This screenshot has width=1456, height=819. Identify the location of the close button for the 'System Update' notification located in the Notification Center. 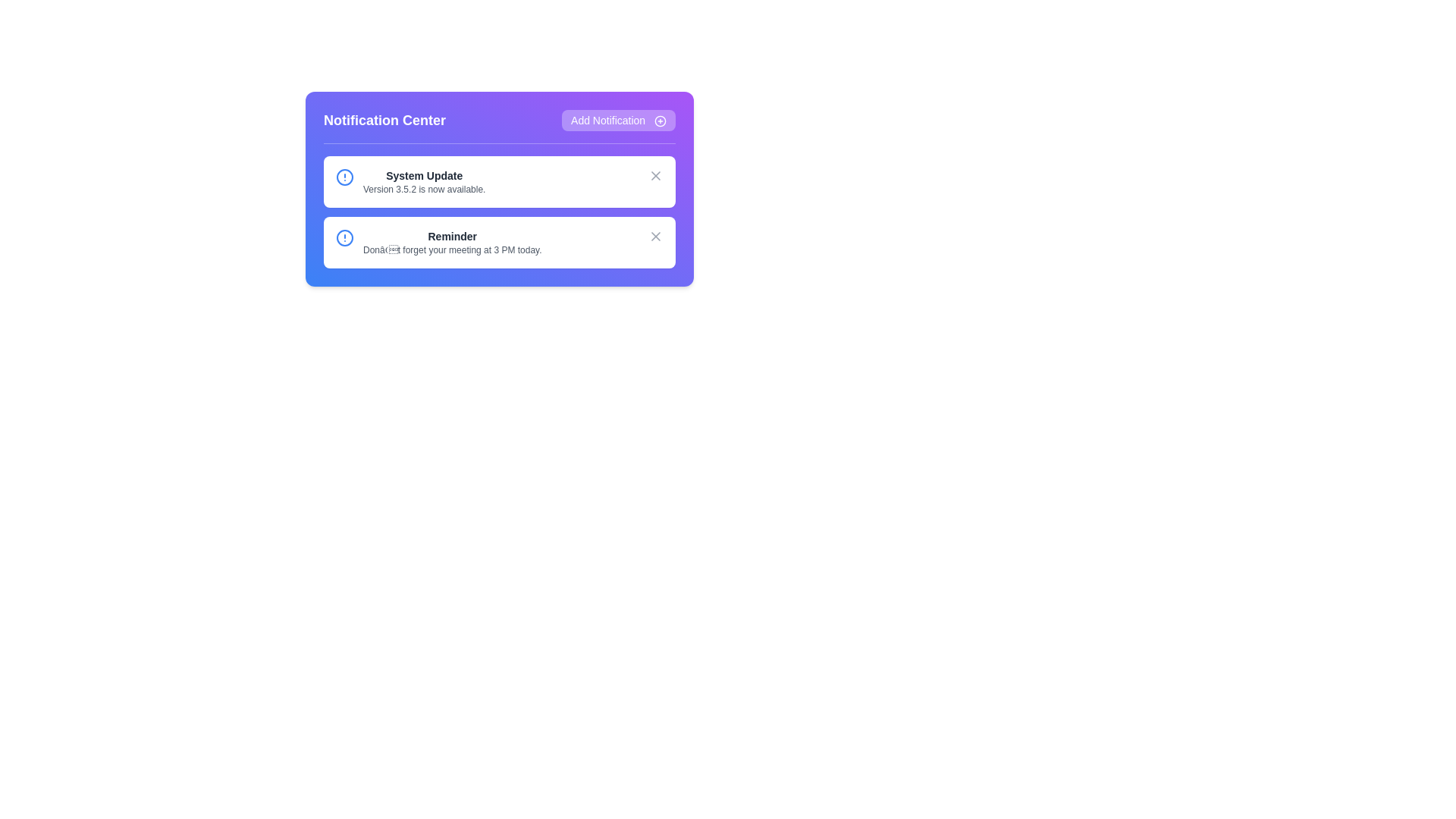
(655, 174).